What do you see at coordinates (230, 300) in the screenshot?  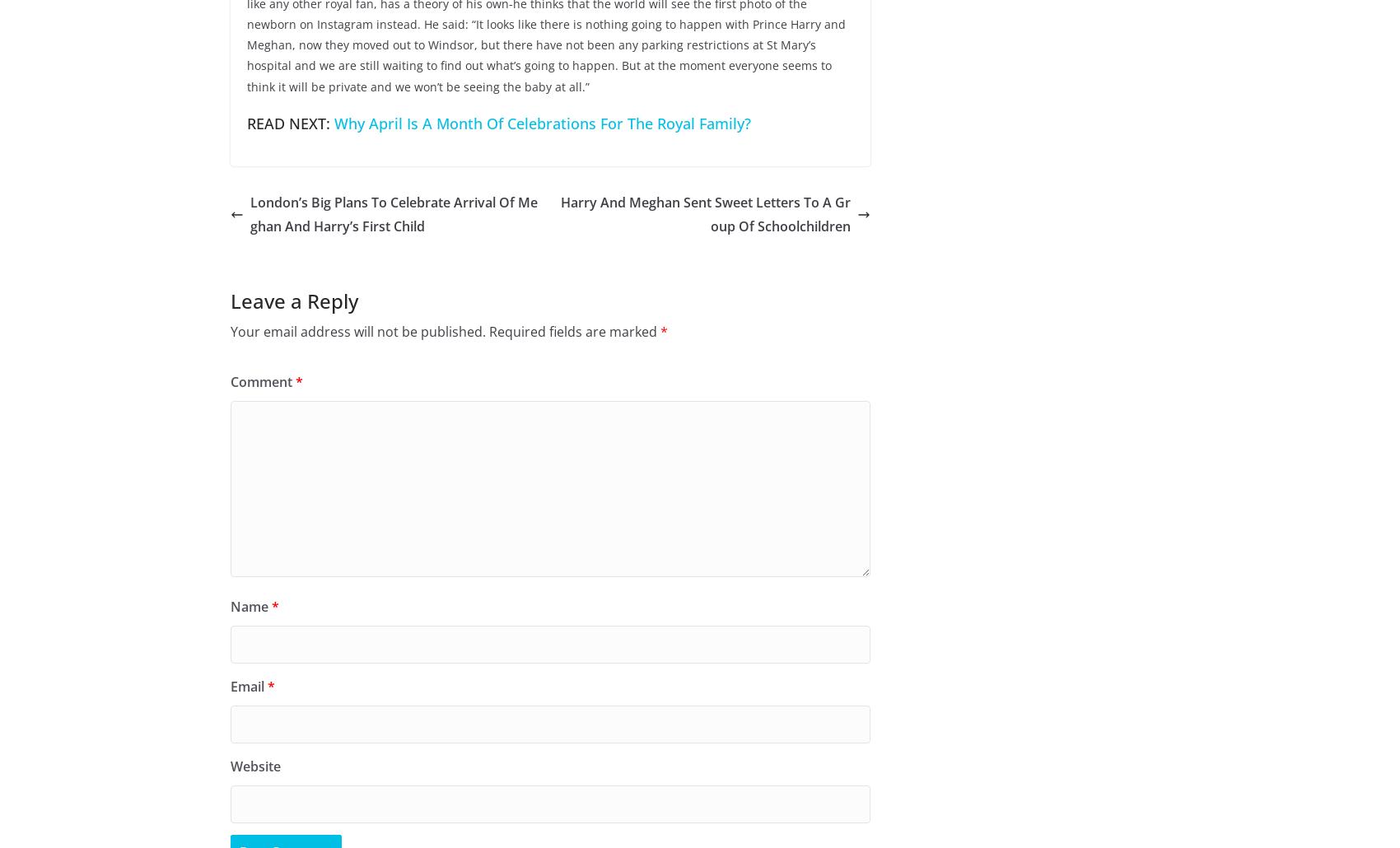 I see `'Leave a Reply'` at bounding box center [230, 300].